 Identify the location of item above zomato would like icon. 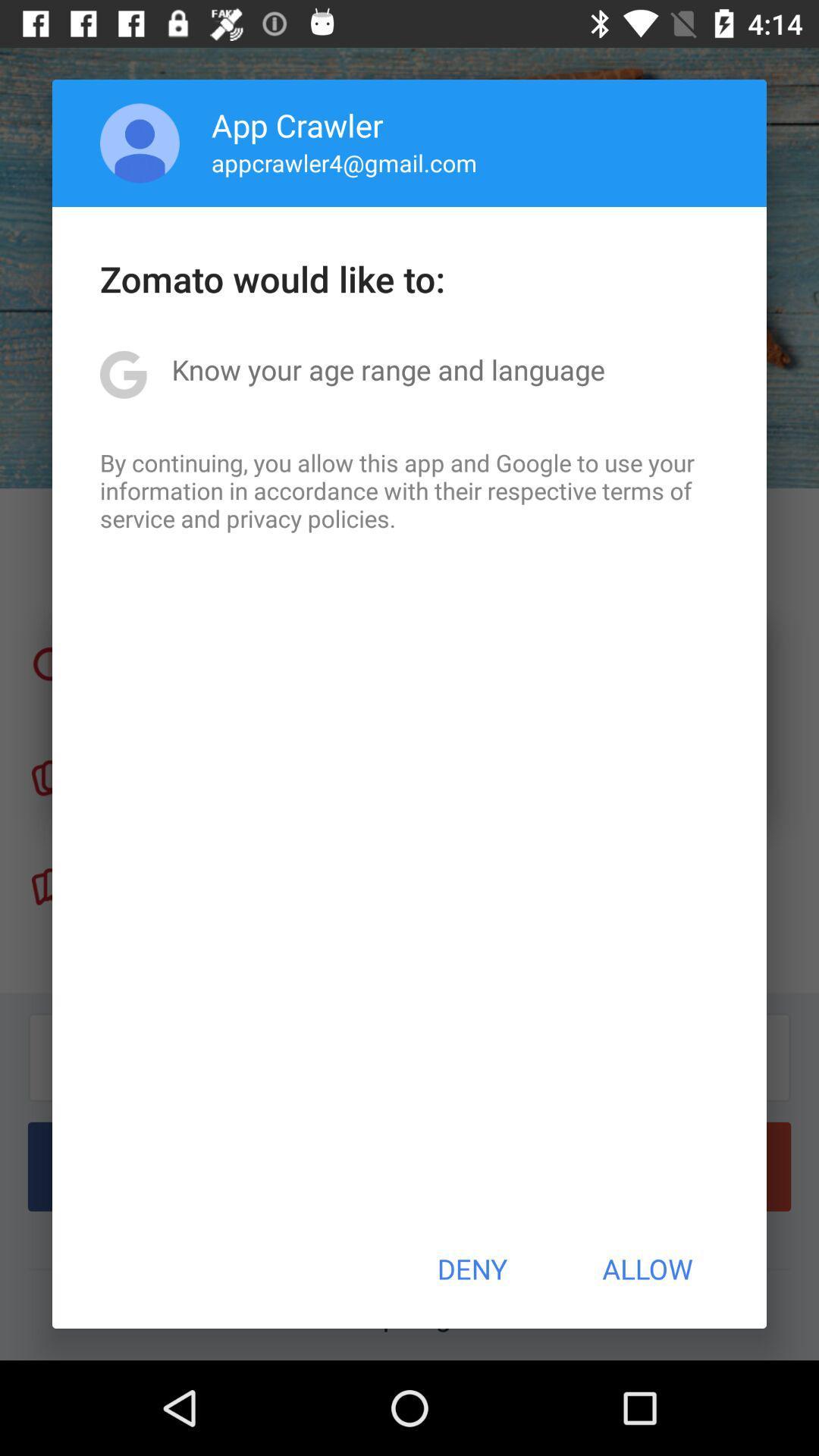
(344, 162).